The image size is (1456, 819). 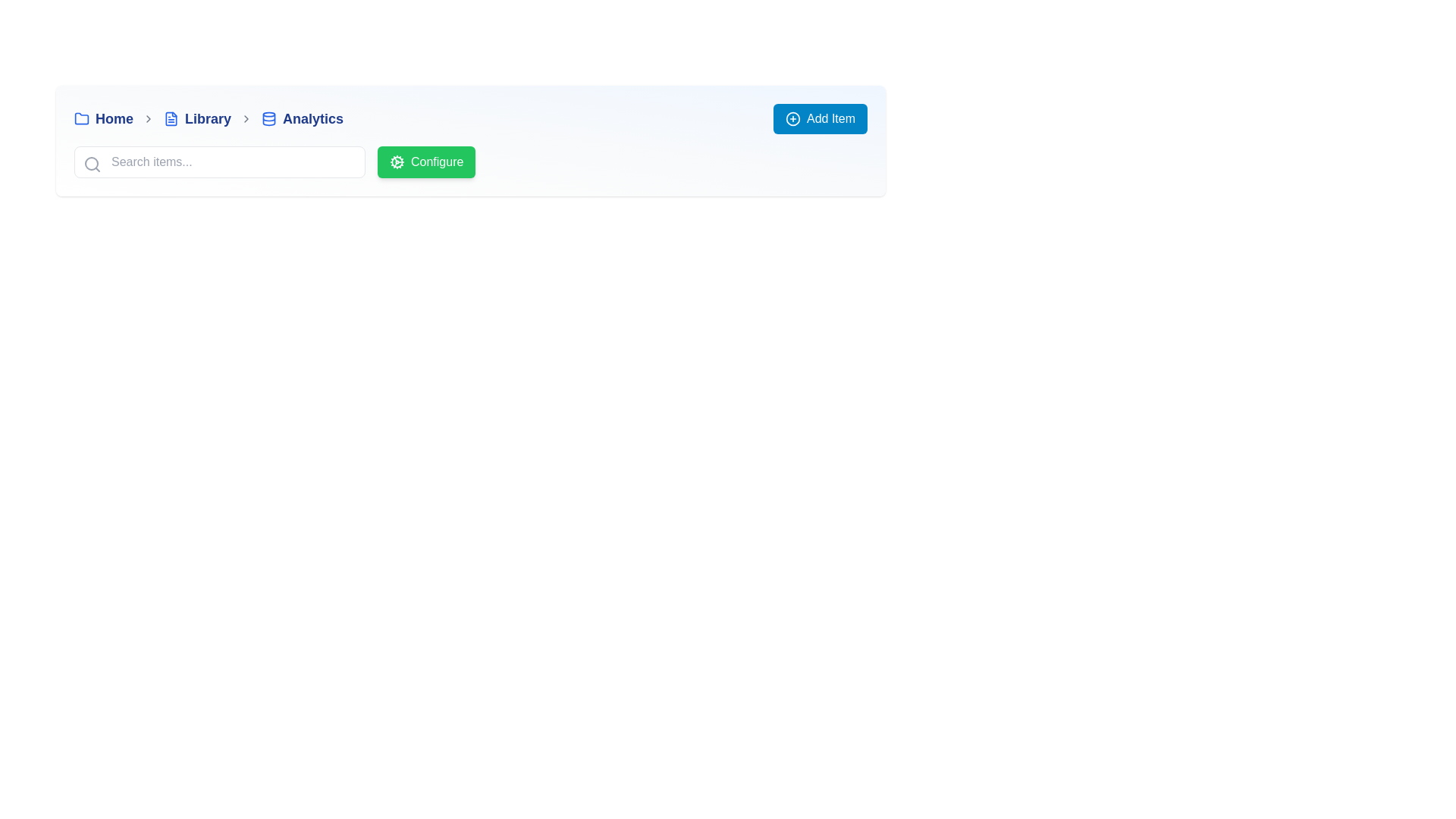 What do you see at coordinates (103, 118) in the screenshot?
I see `the Breadcrumb navigation link with an icon and label` at bounding box center [103, 118].